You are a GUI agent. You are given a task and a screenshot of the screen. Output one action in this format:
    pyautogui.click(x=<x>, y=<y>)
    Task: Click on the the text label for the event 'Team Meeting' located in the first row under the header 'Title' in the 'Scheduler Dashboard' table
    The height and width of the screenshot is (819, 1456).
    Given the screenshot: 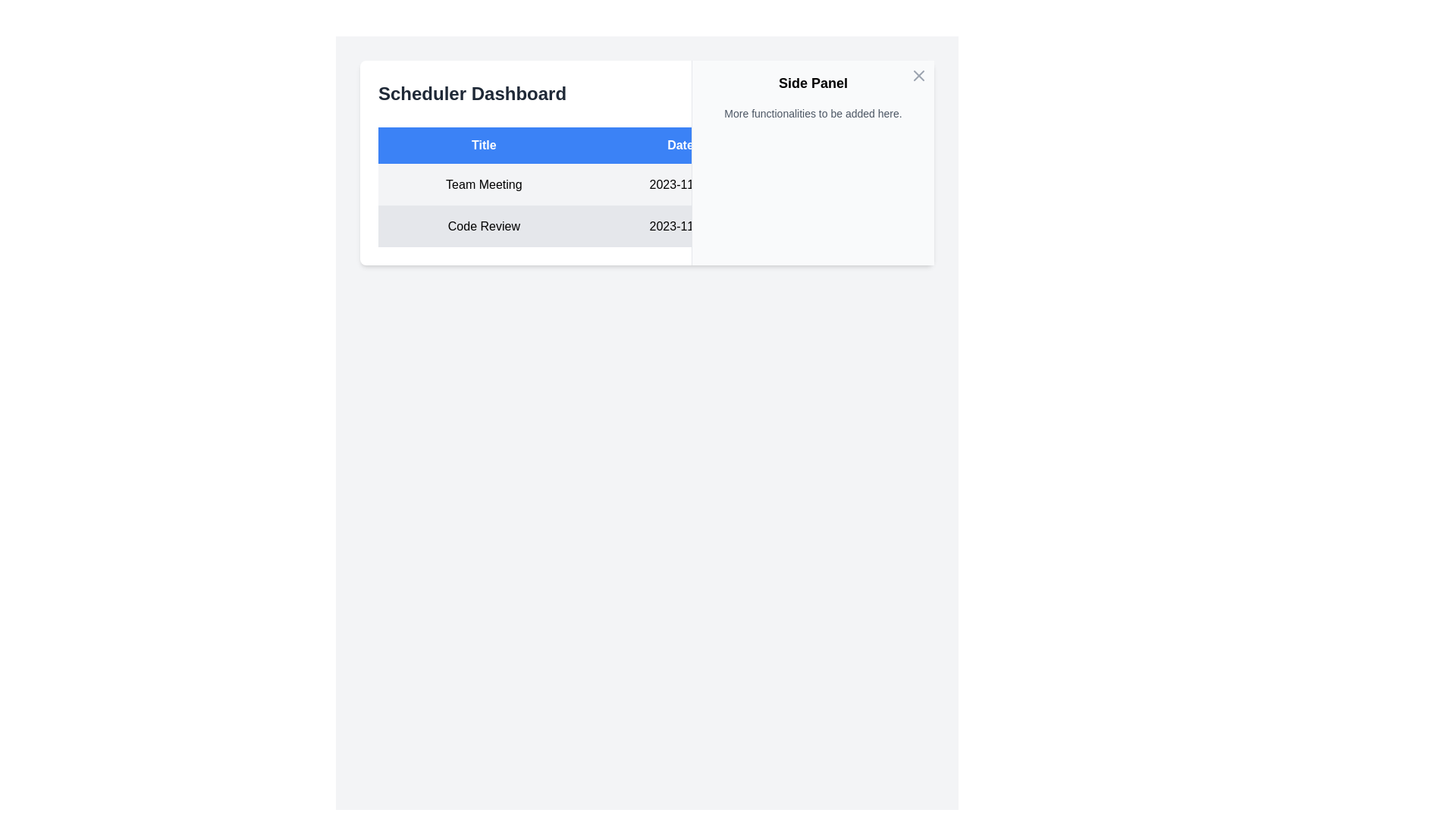 What is the action you would take?
    pyautogui.click(x=483, y=184)
    